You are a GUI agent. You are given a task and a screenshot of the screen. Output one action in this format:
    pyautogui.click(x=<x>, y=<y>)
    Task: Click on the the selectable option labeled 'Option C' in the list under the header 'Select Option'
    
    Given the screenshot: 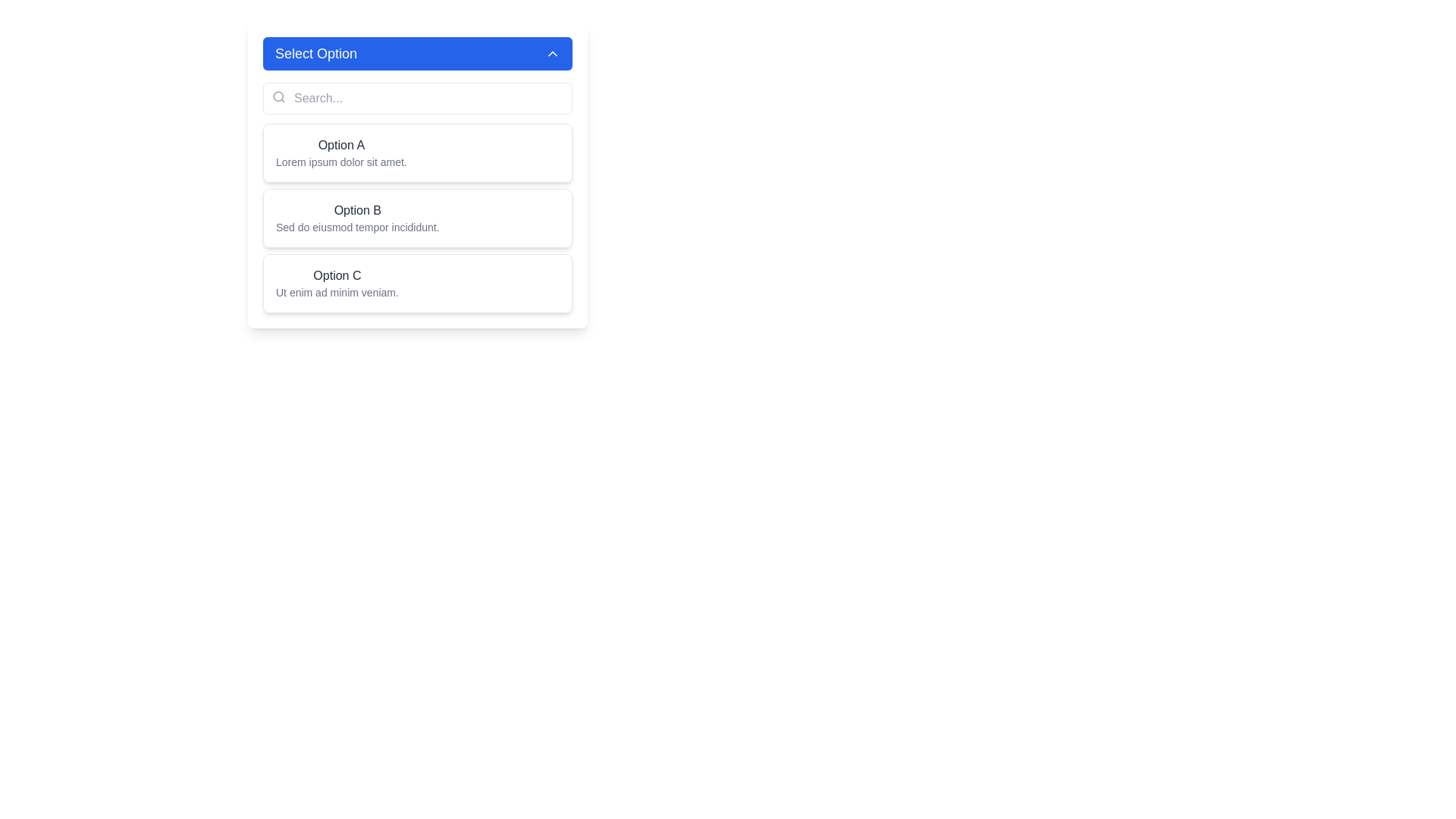 What is the action you would take?
    pyautogui.click(x=336, y=275)
    